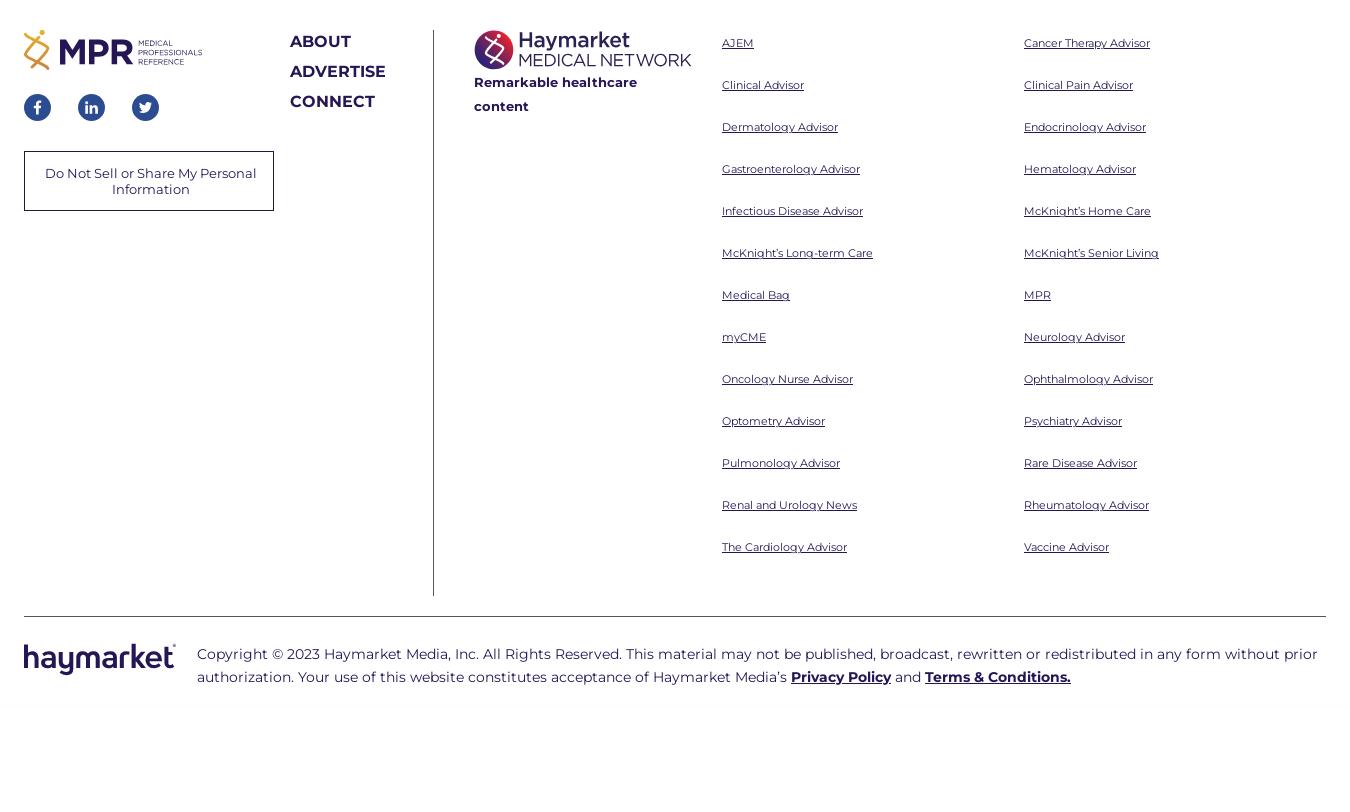 This screenshot has height=812, width=1350. Describe the element at coordinates (742, 64) in the screenshot. I see `'myCME'` at that location.